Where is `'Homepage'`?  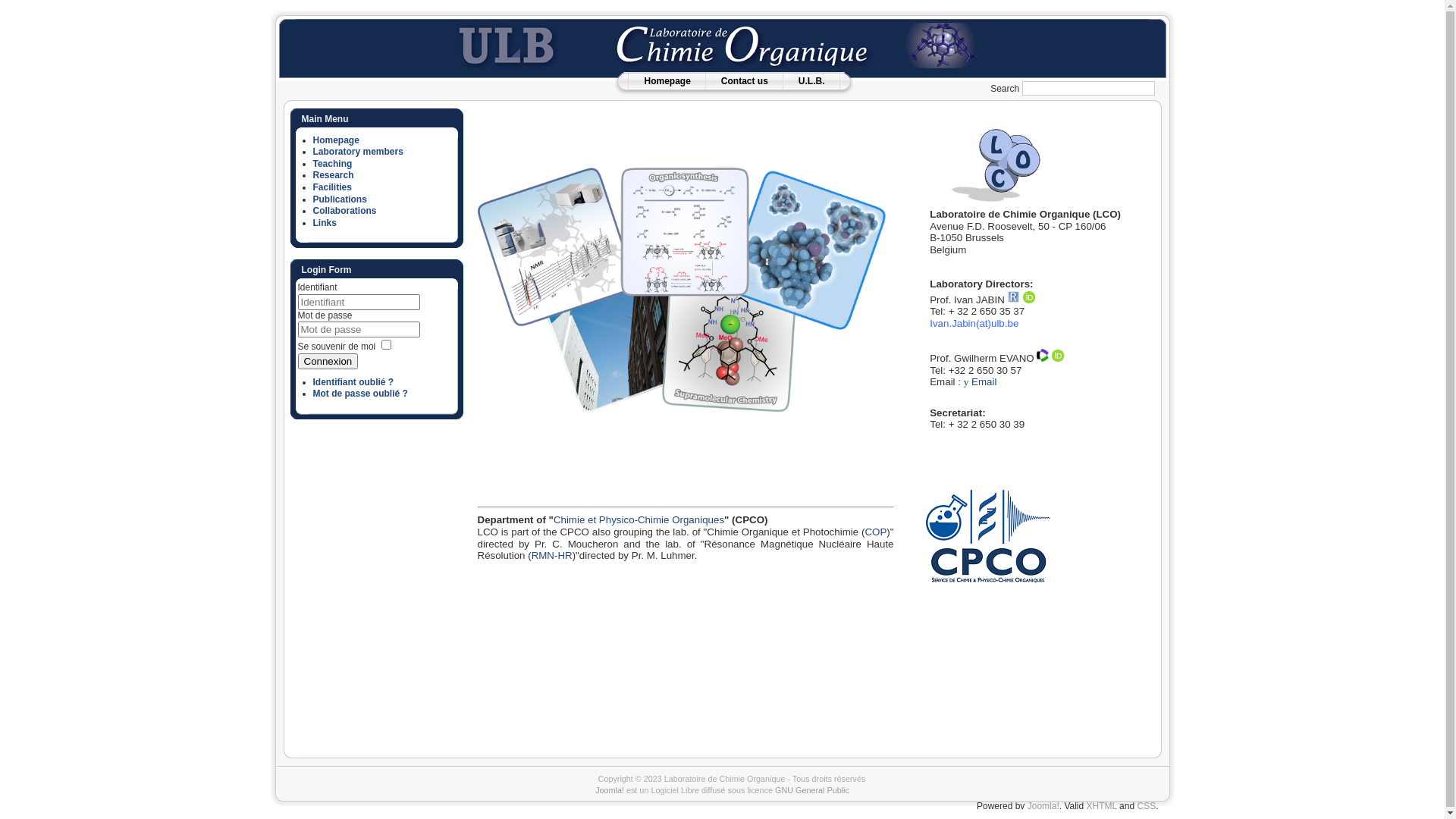
'Homepage' is located at coordinates (667, 81).